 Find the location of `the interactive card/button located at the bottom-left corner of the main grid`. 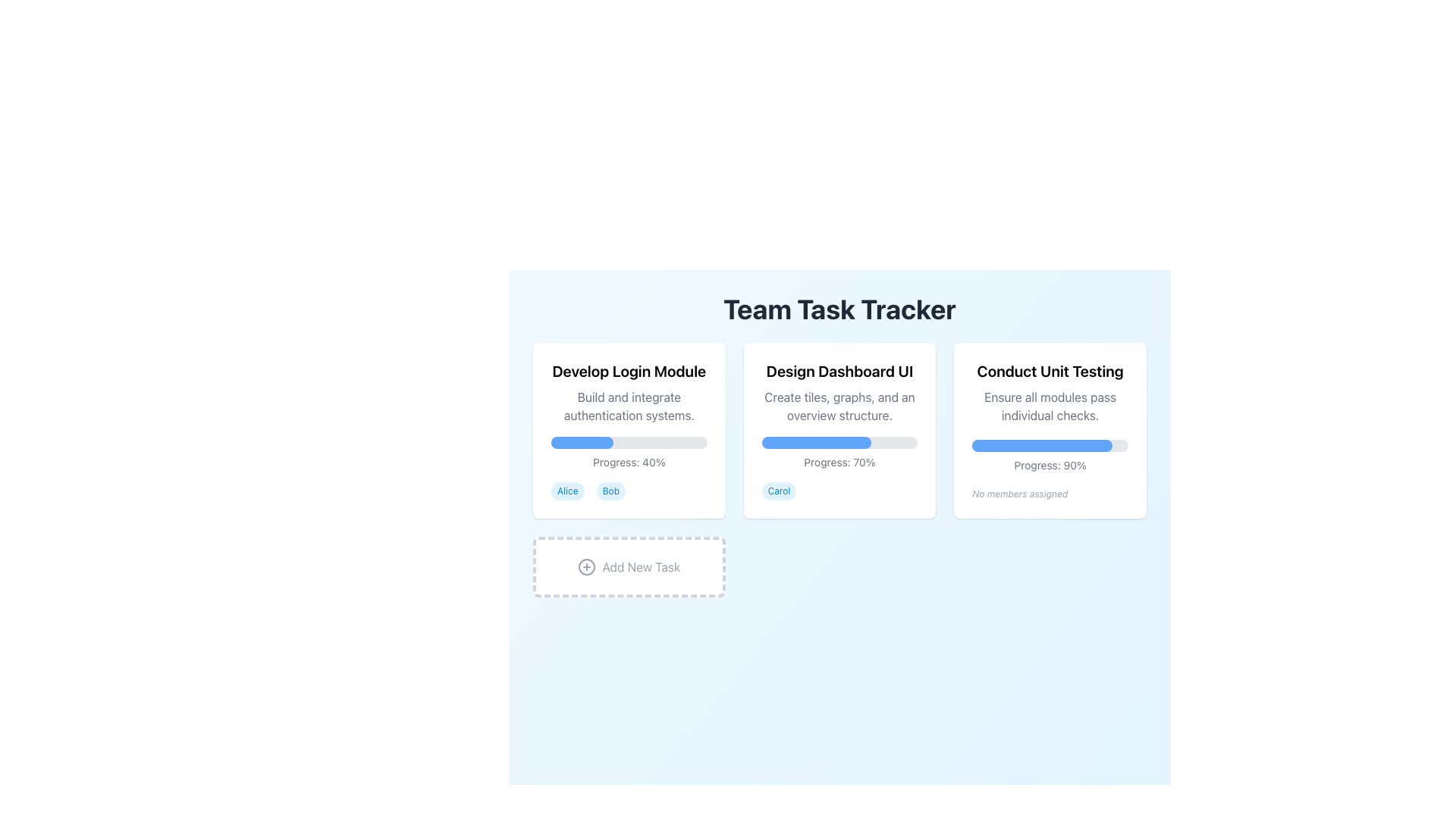

the interactive card/button located at the bottom-left corner of the main grid is located at coordinates (629, 567).